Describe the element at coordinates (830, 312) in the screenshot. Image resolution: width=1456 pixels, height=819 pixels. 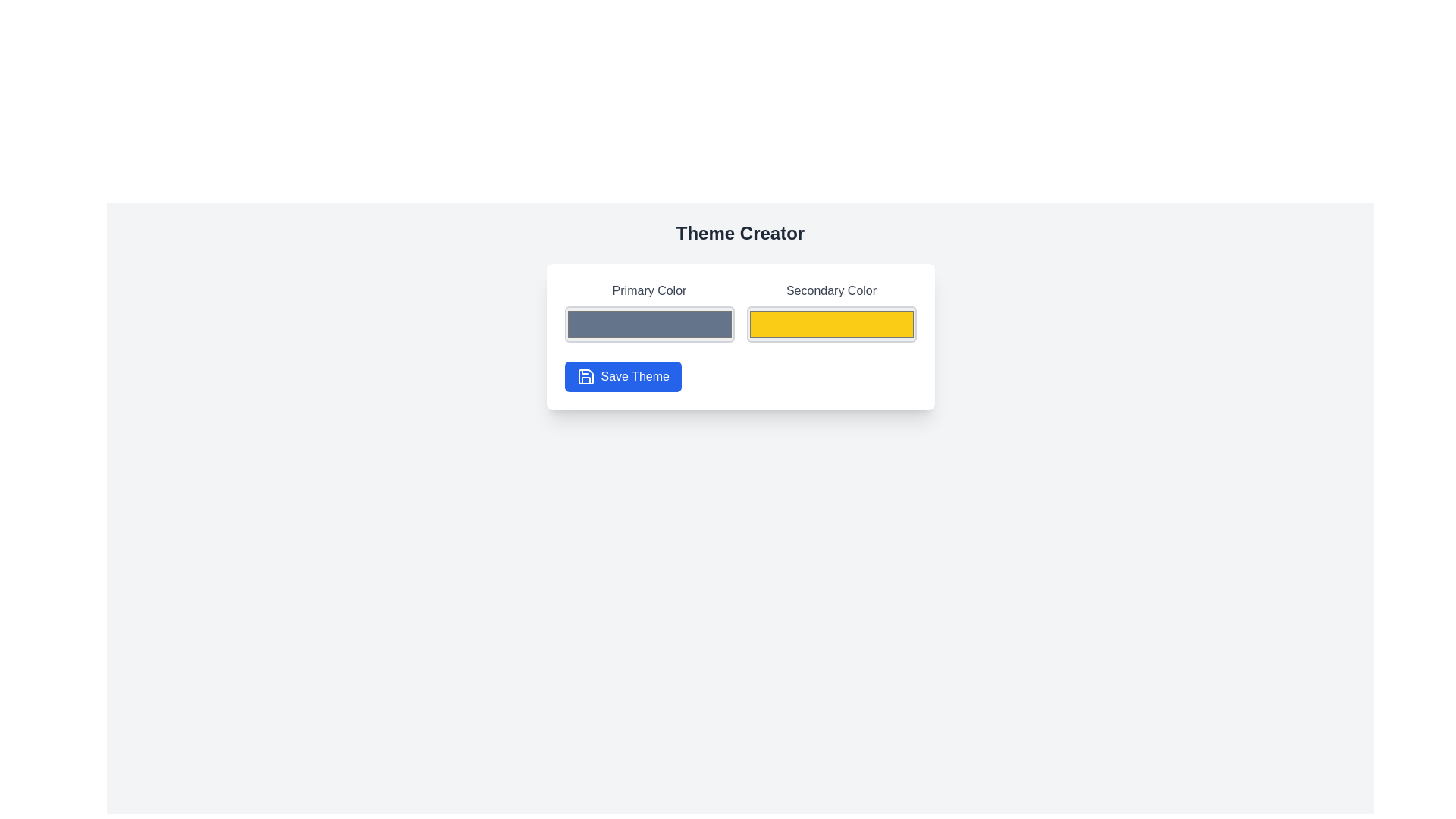
I see `the yellow color picker with rounded corners labeled 'Secondary Color'` at that location.